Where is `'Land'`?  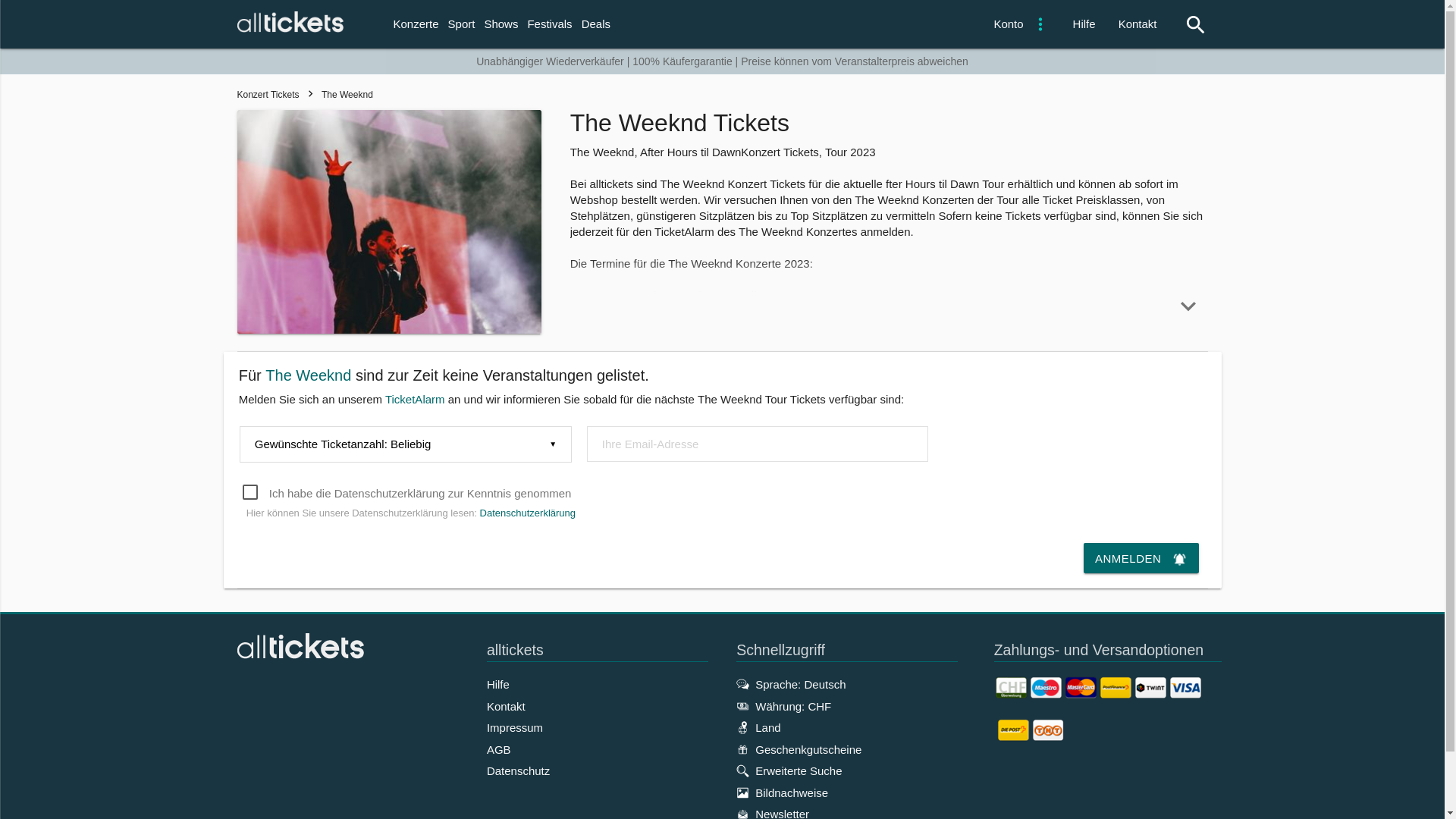 'Land' is located at coordinates (758, 726).